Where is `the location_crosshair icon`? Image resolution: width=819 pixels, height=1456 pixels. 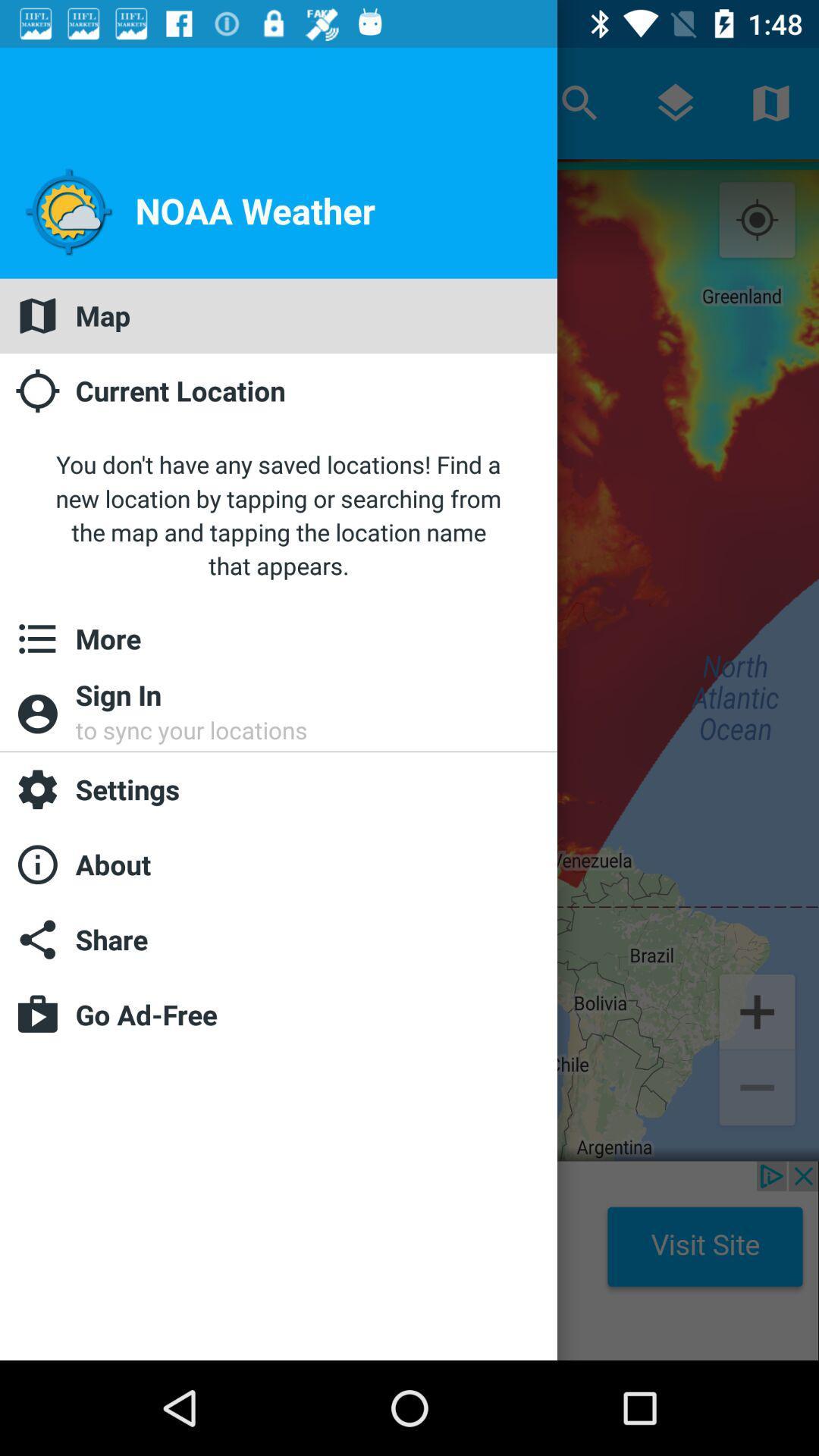
the location_crosshair icon is located at coordinates (757, 220).